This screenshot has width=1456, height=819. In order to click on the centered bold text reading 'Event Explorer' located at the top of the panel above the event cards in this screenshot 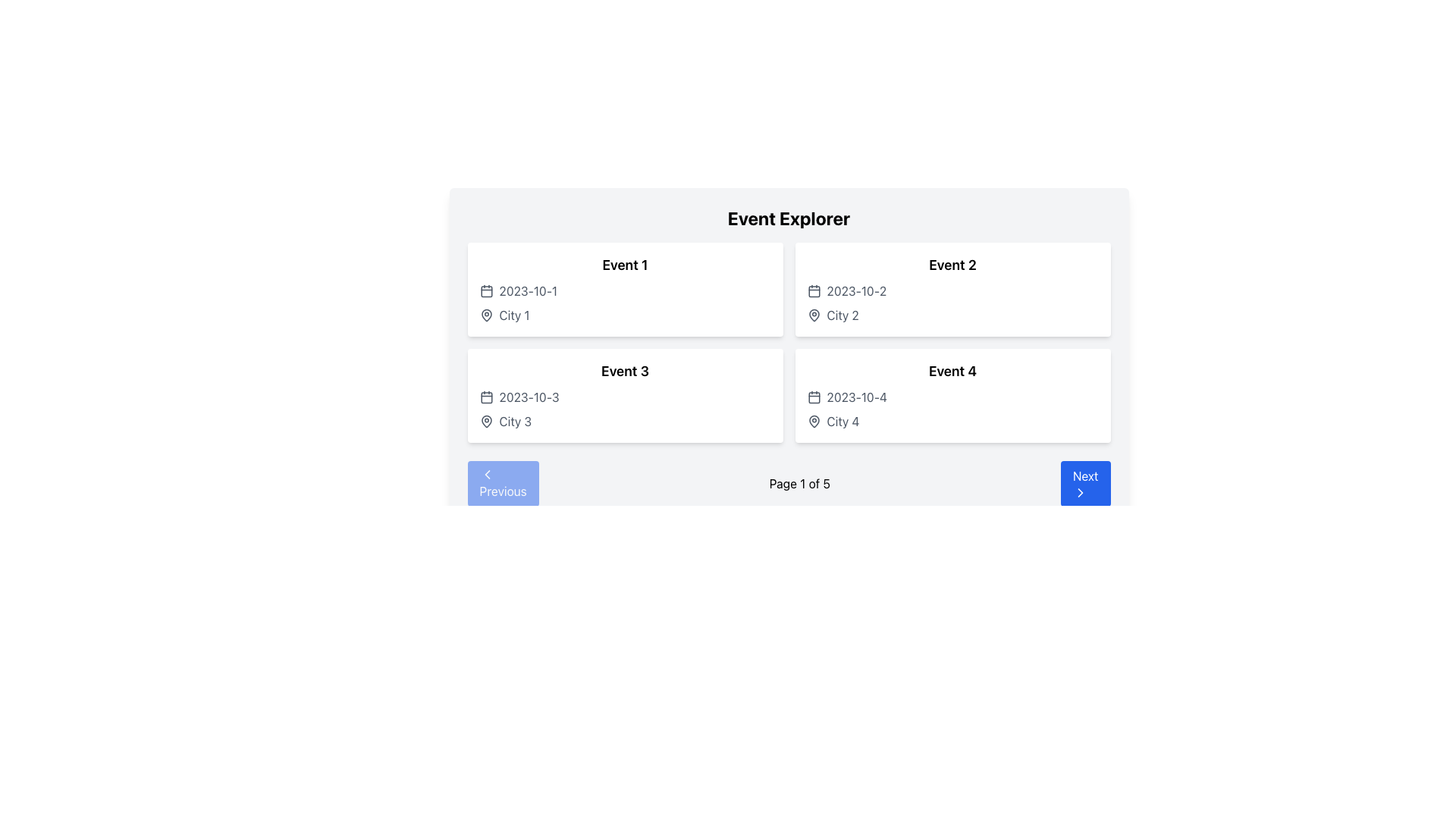, I will do `click(789, 218)`.